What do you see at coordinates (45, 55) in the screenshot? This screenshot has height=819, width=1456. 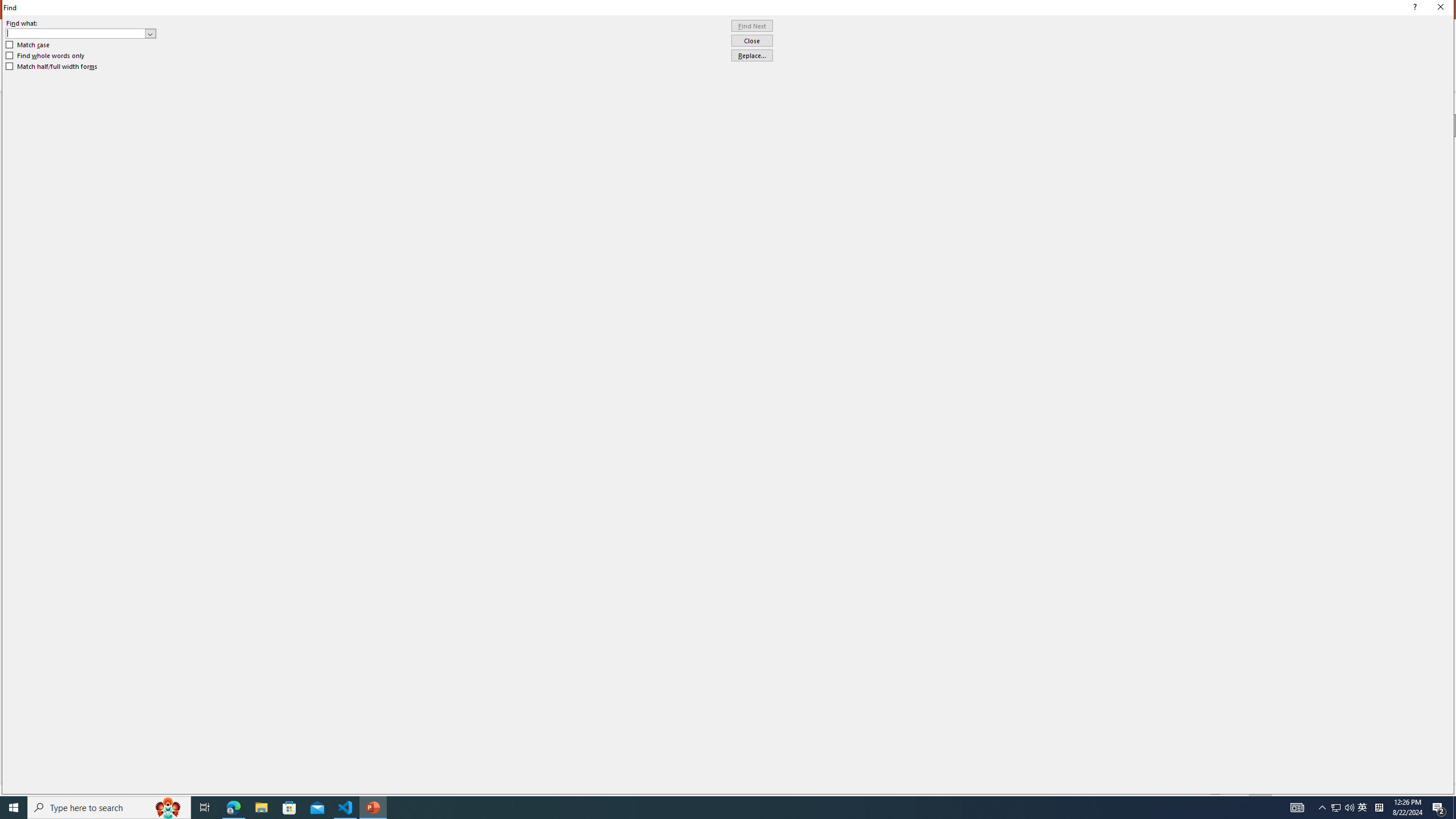 I see `'Find whole words only'` at bounding box center [45, 55].